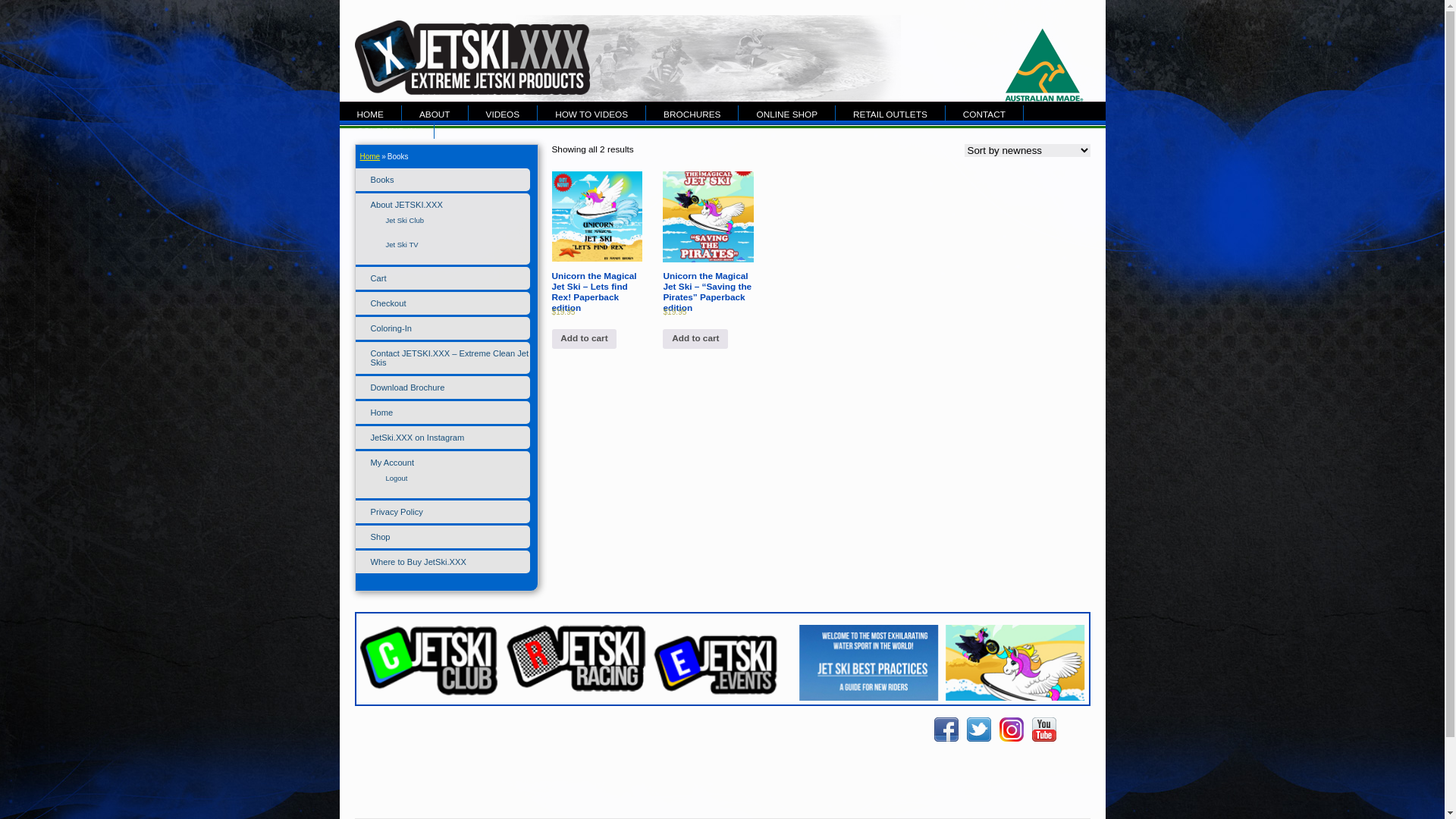 Image resolution: width=1456 pixels, height=819 pixels. What do you see at coordinates (575, 657) in the screenshot?
I see `'Jet Ski Racing'` at bounding box center [575, 657].